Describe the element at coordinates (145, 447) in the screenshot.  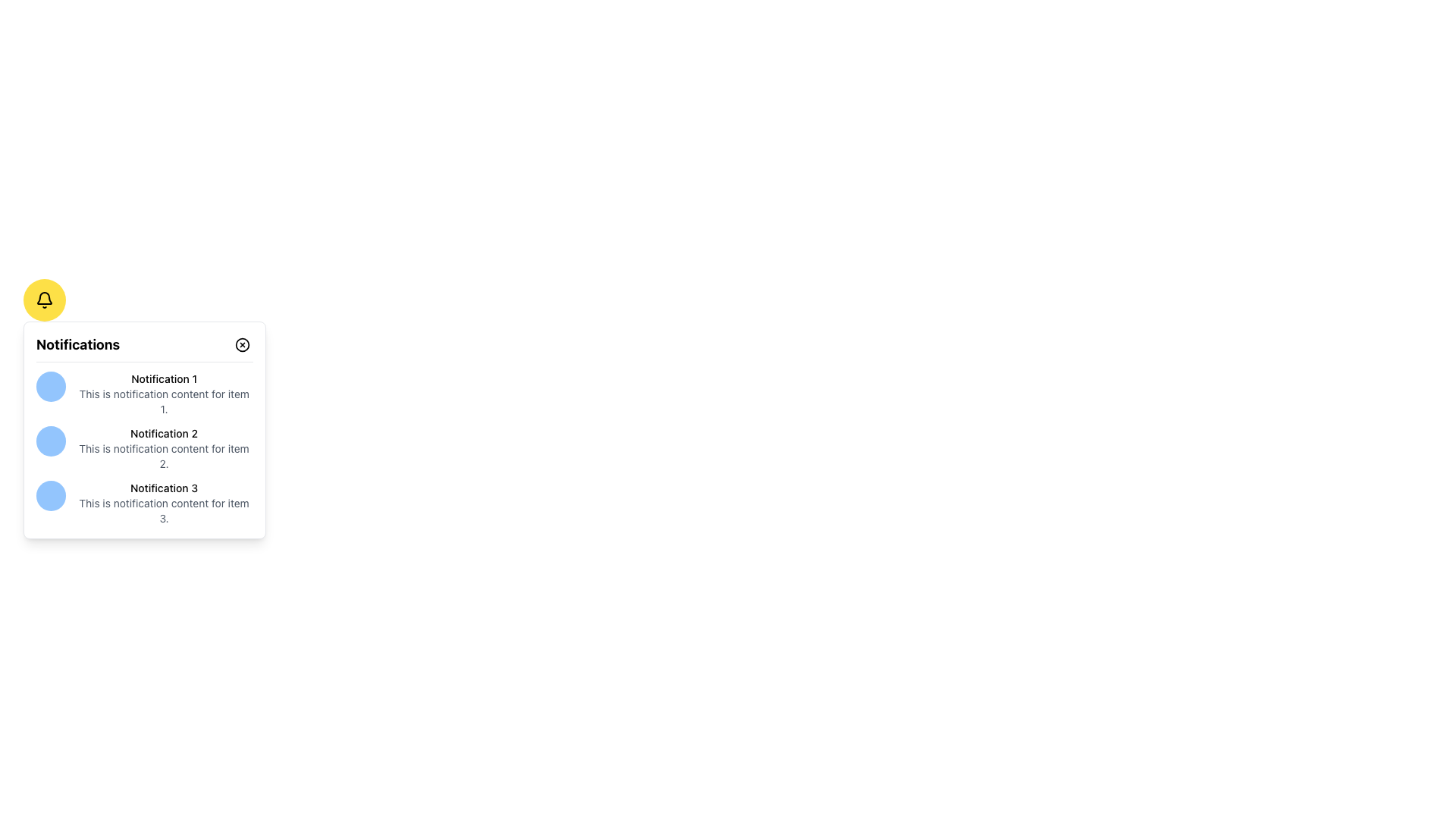
I see `the second notification item in the notification panel, which is located below 'Notification 1' and above 'Notification 3'` at that location.